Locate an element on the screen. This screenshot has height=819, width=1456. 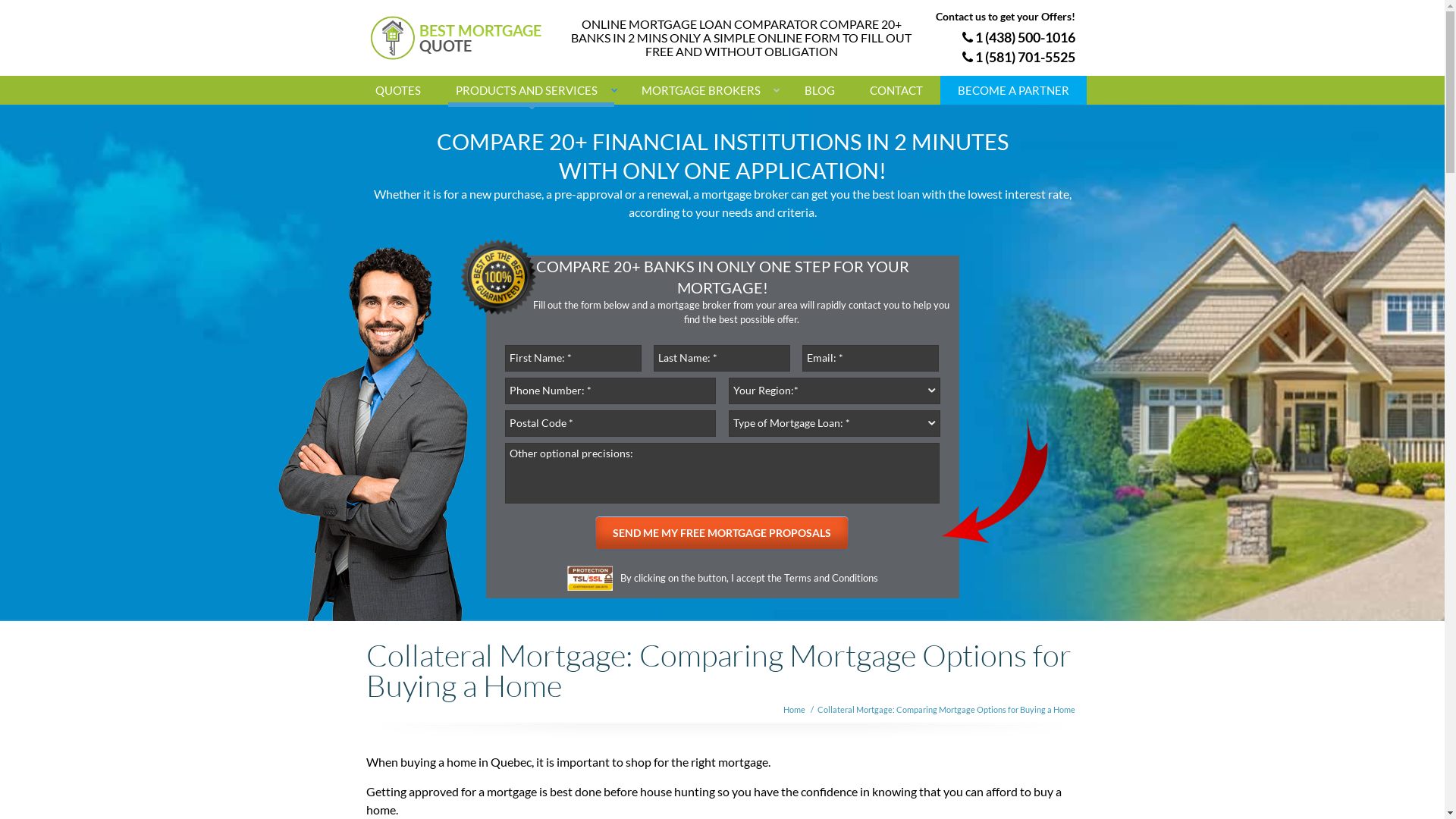
'Home' is located at coordinates (792, 709).